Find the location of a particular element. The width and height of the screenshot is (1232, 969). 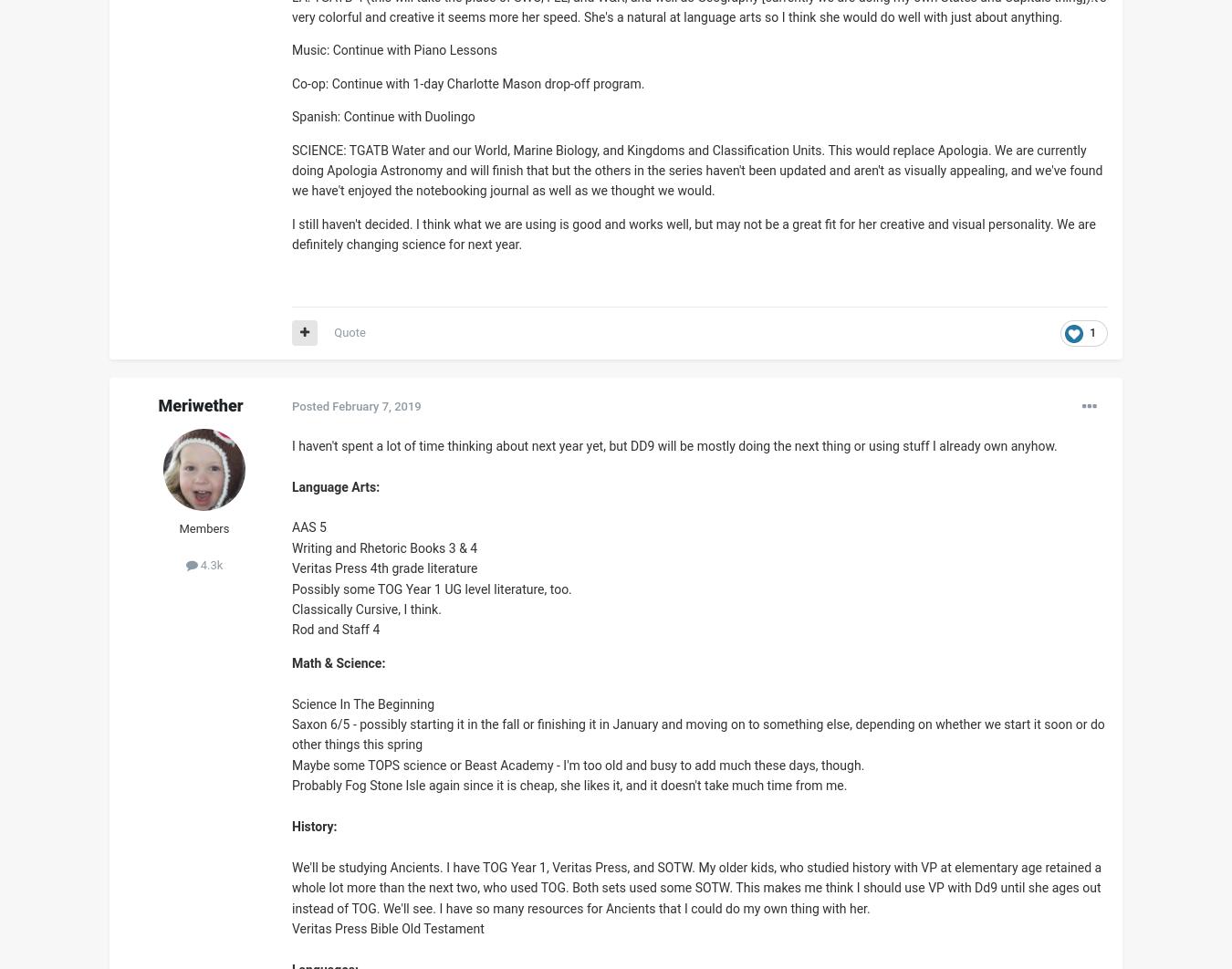

'4.3k' is located at coordinates (197, 564).